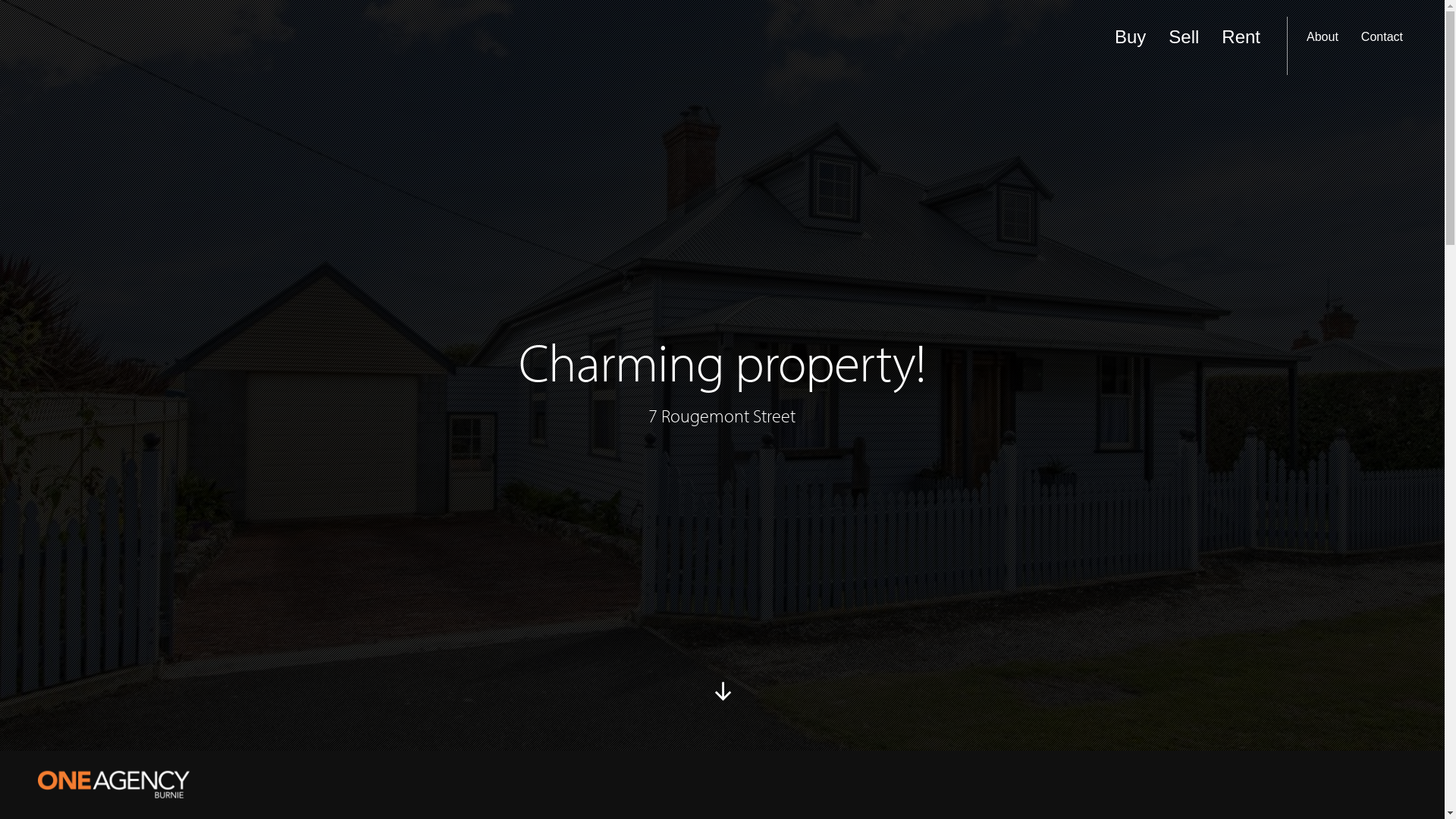 This screenshot has width=1456, height=819. I want to click on 'One Agency Burnie', so click(37, 784).